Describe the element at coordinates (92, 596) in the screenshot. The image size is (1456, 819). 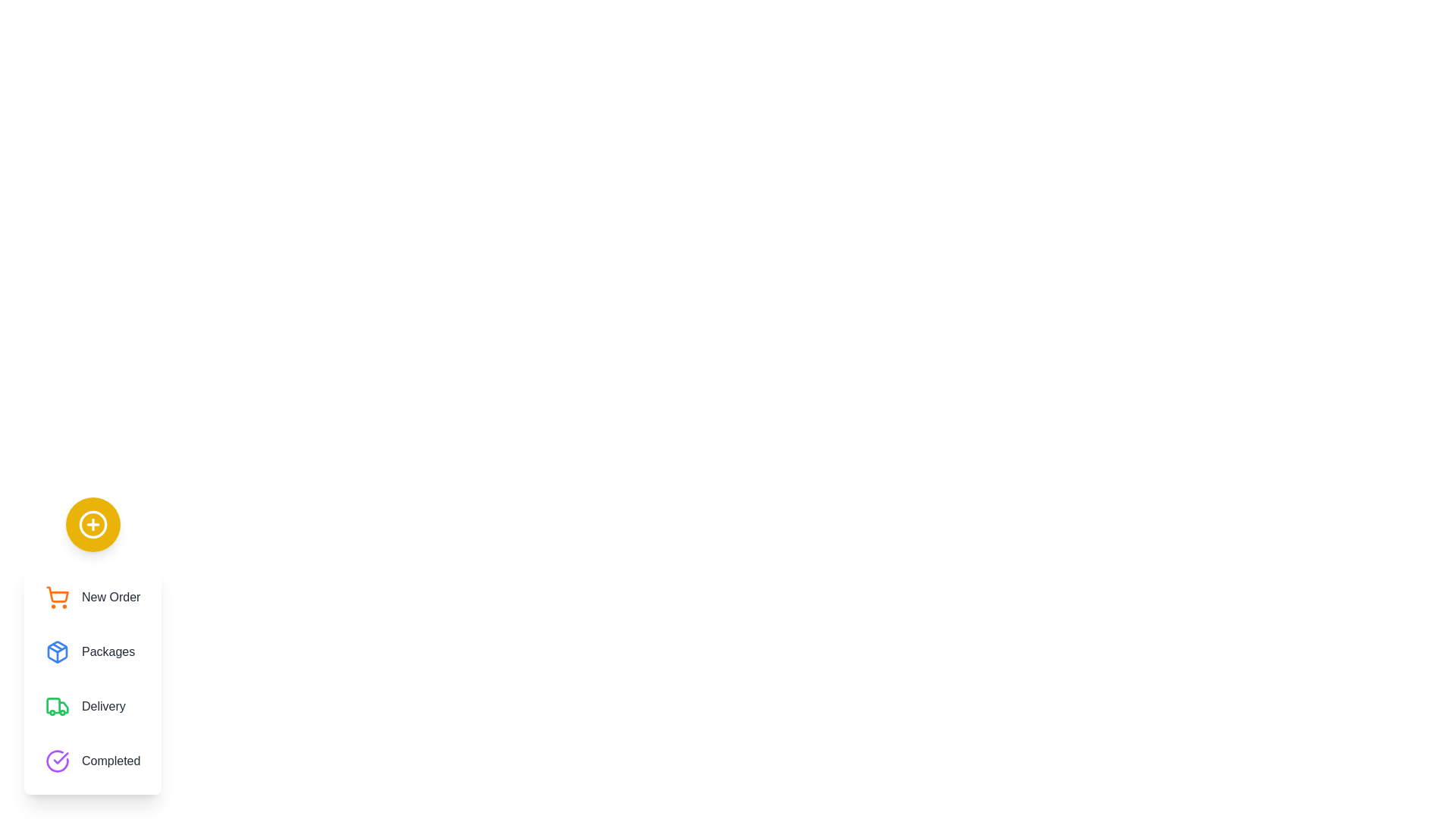
I see `the menu option New Order from the speed dial menu` at that location.